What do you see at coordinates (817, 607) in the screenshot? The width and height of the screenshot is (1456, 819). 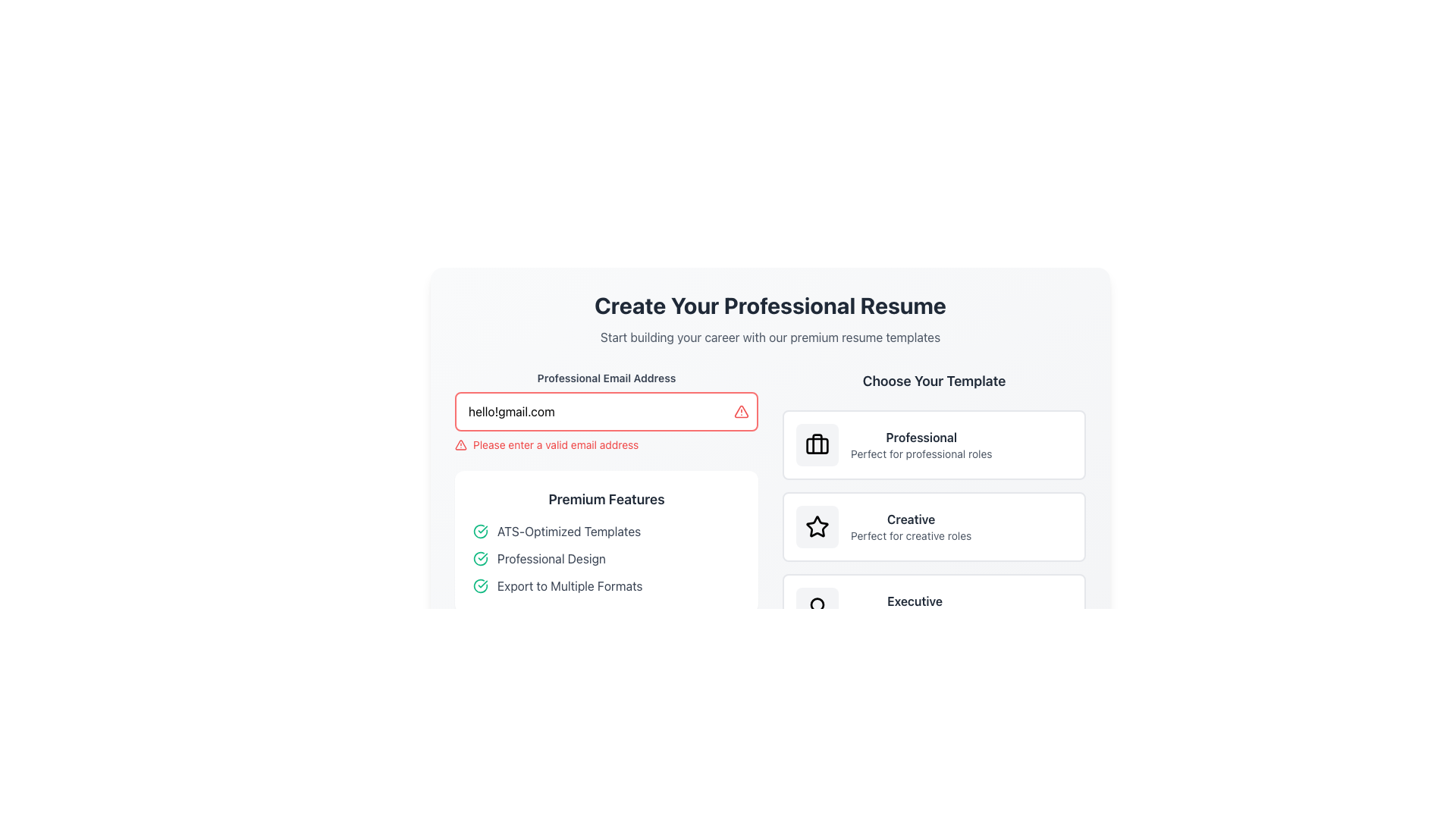 I see `the award badge-like icon located in the lower section of the 'Choose Your Template' panel, under the 'Executive' template option` at bounding box center [817, 607].